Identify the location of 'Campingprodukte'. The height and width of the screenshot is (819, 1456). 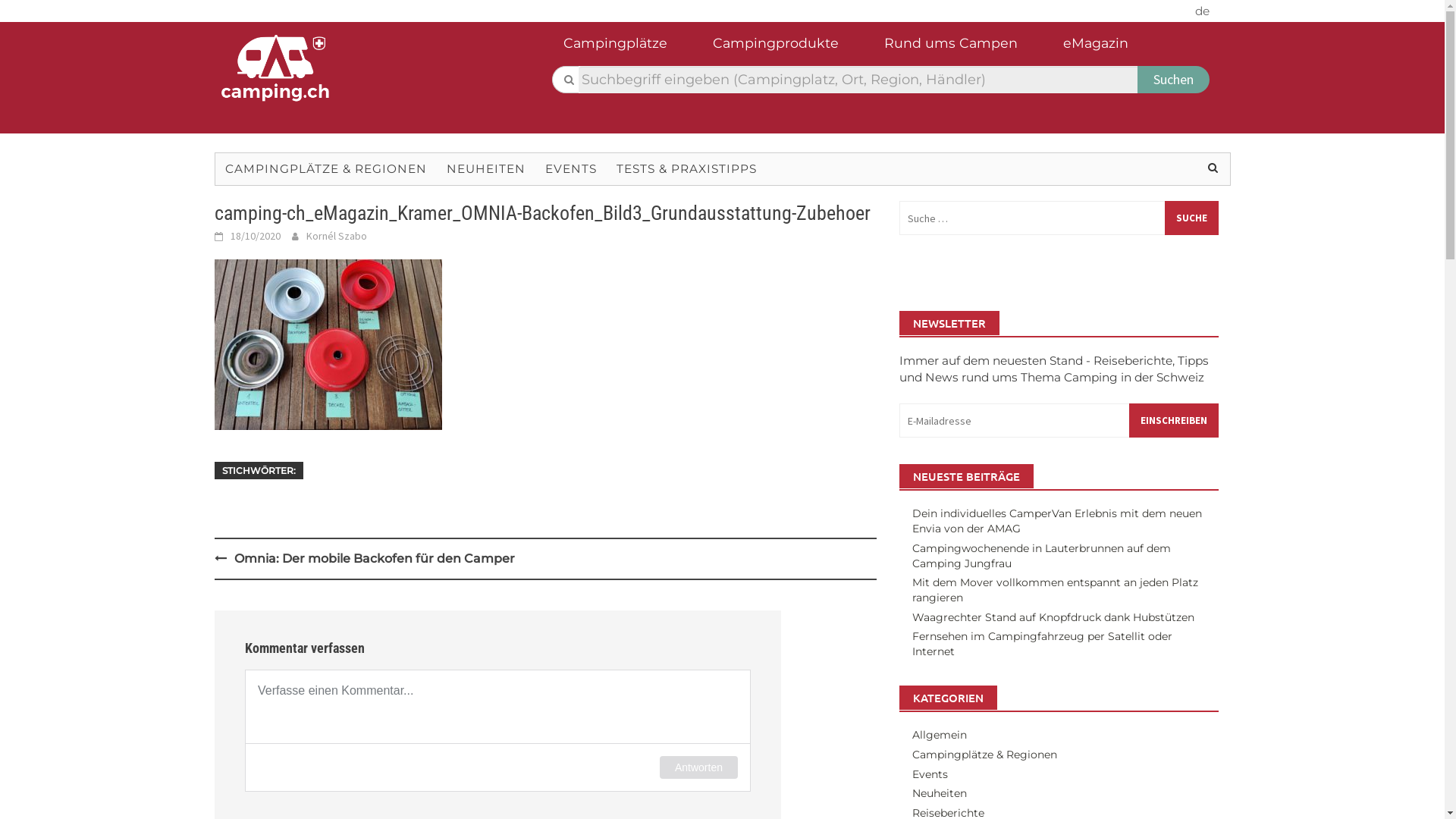
(789, 47).